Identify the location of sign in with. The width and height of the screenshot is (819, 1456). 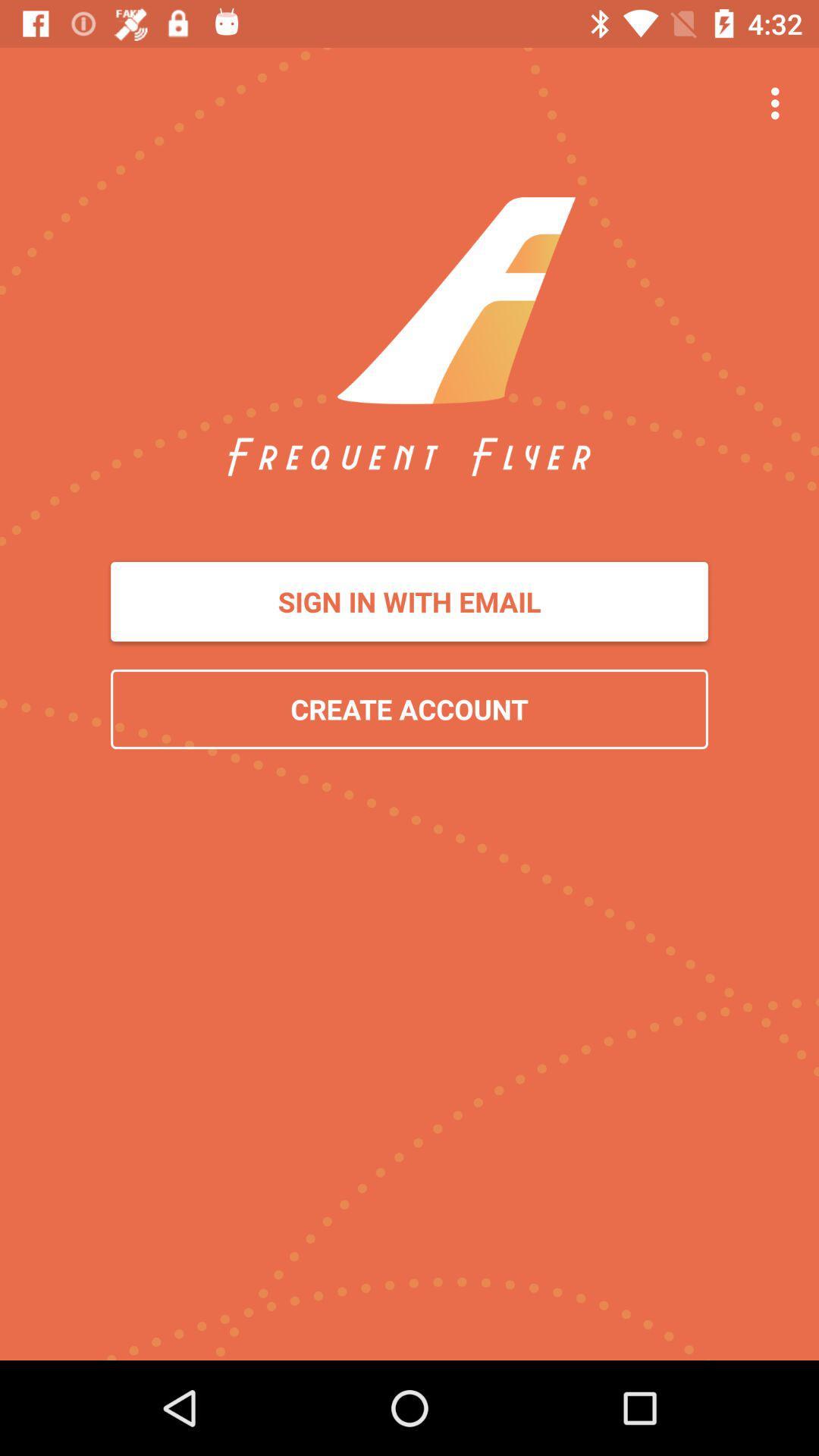
(409, 601).